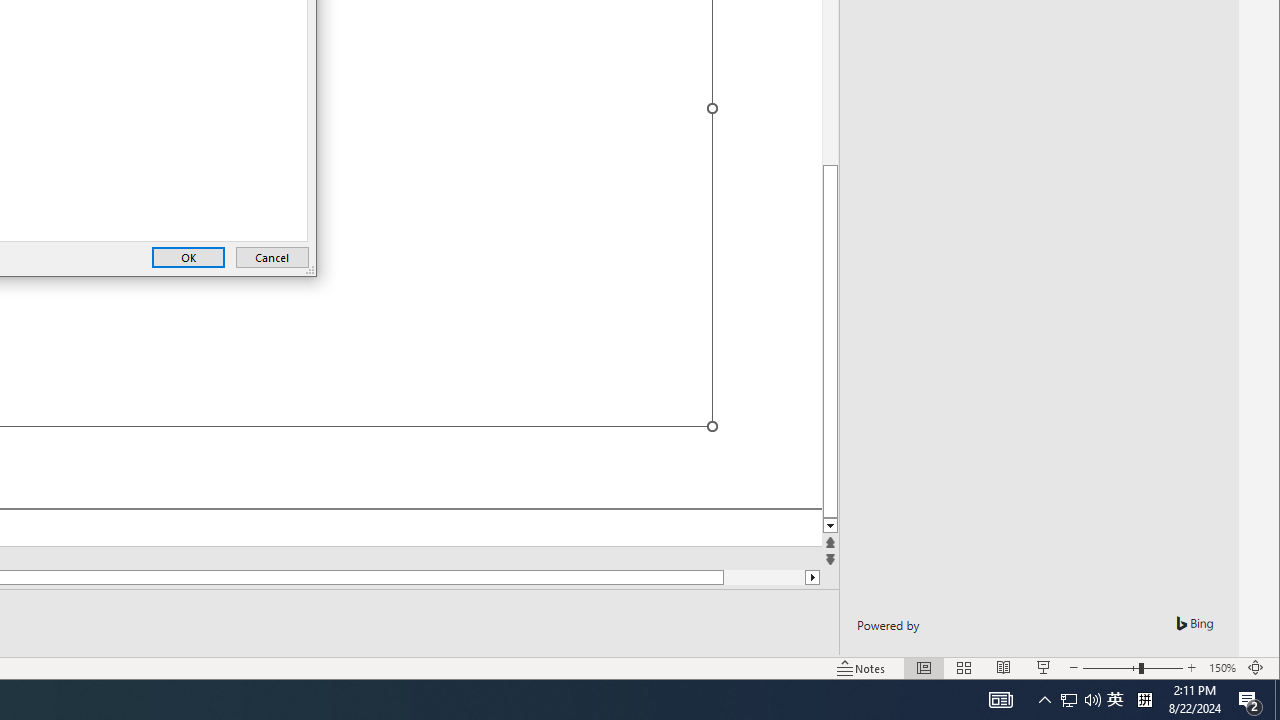  What do you see at coordinates (271, 256) in the screenshot?
I see `'Cancel'` at bounding box center [271, 256].